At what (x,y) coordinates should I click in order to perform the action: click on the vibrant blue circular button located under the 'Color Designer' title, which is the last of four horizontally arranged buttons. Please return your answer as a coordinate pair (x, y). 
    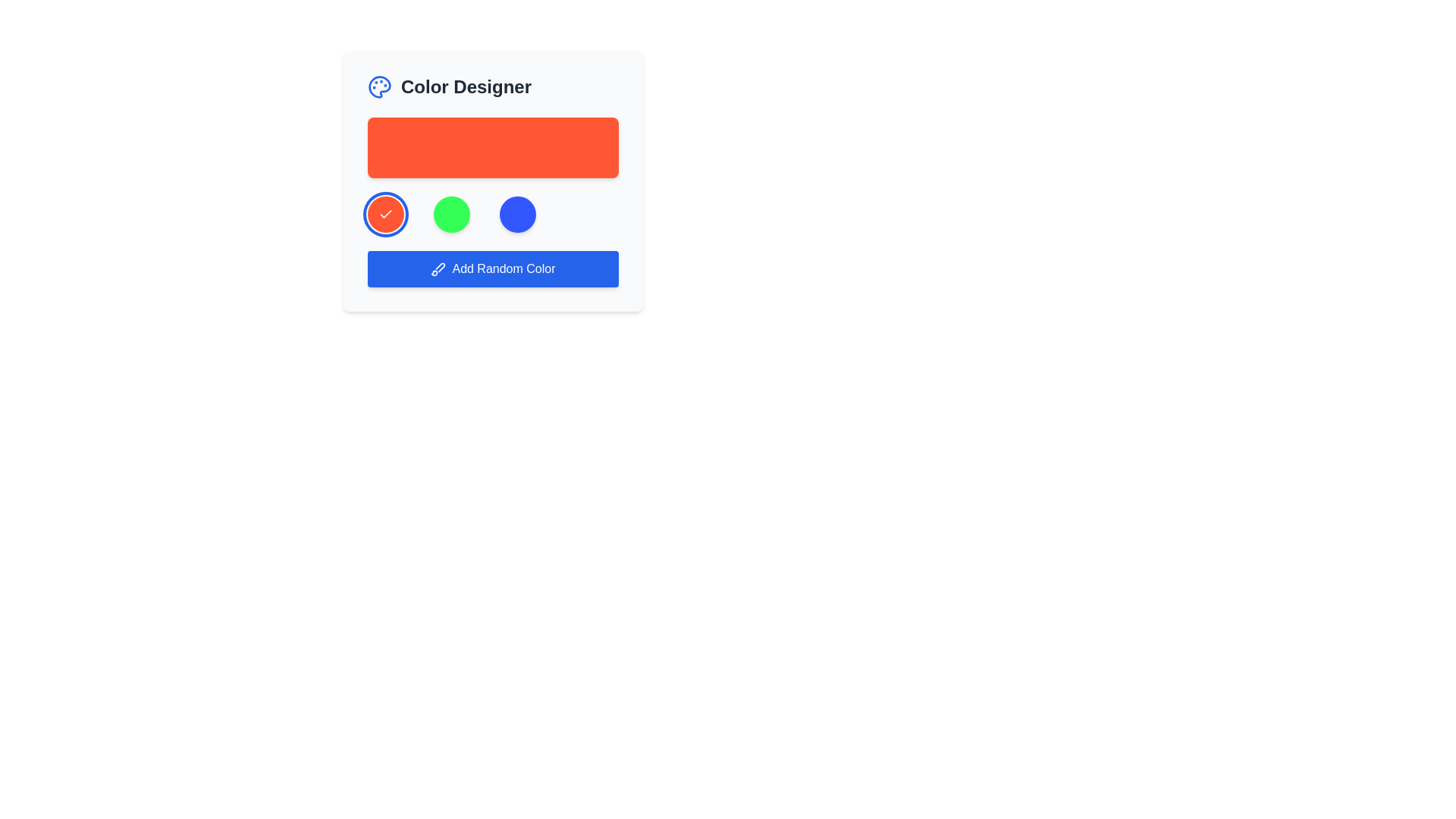
    Looking at the image, I should click on (517, 214).